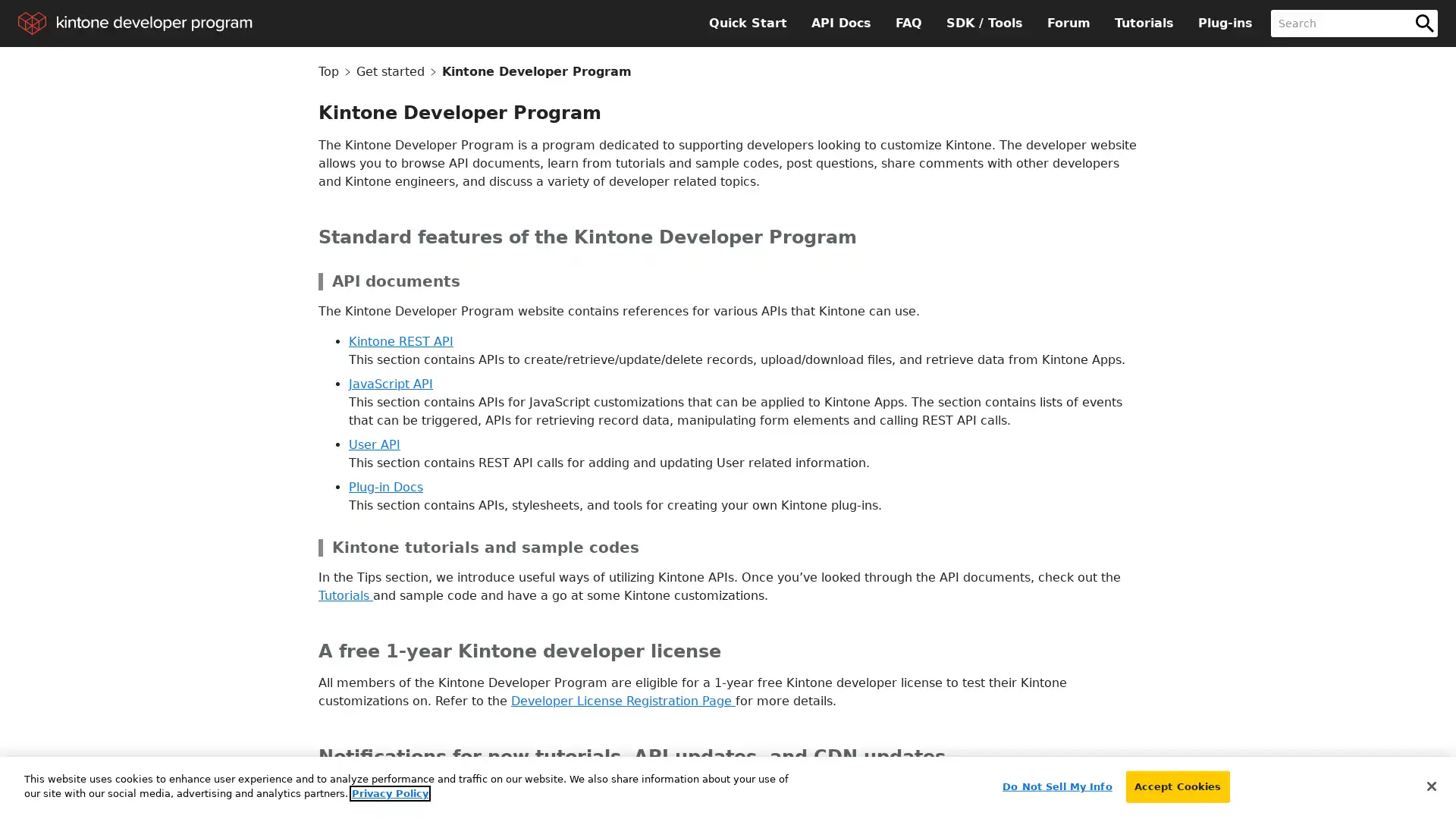 The height and width of the screenshot is (819, 1456). Describe the element at coordinates (1430, 785) in the screenshot. I see `Close` at that location.